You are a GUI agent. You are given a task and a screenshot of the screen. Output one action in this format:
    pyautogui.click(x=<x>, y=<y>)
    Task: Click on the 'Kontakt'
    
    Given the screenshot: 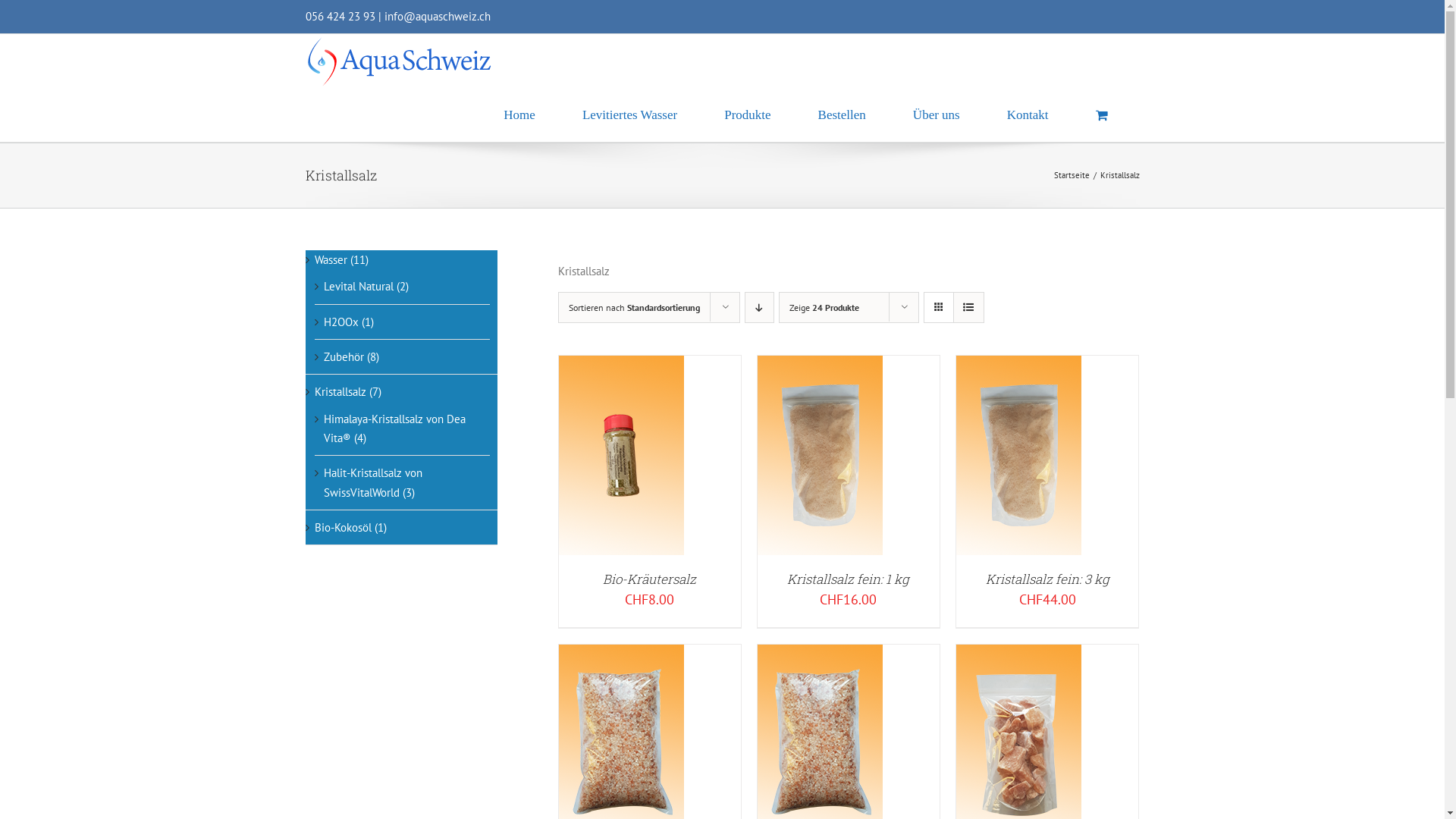 What is the action you would take?
    pyautogui.click(x=1028, y=114)
    